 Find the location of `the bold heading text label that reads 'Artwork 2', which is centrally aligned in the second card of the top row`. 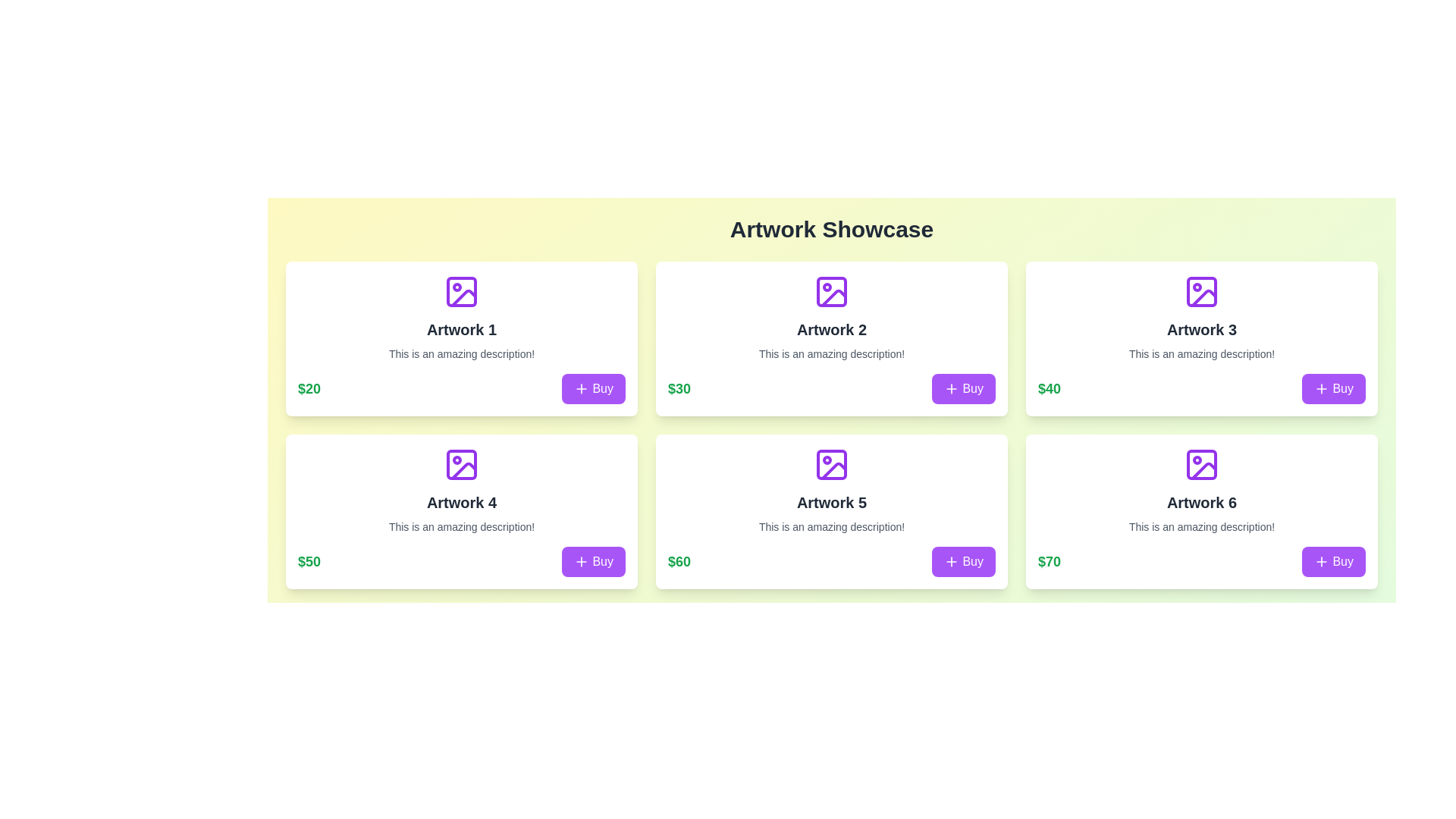

the bold heading text label that reads 'Artwork 2', which is centrally aligned in the second card of the top row is located at coordinates (831, 329).